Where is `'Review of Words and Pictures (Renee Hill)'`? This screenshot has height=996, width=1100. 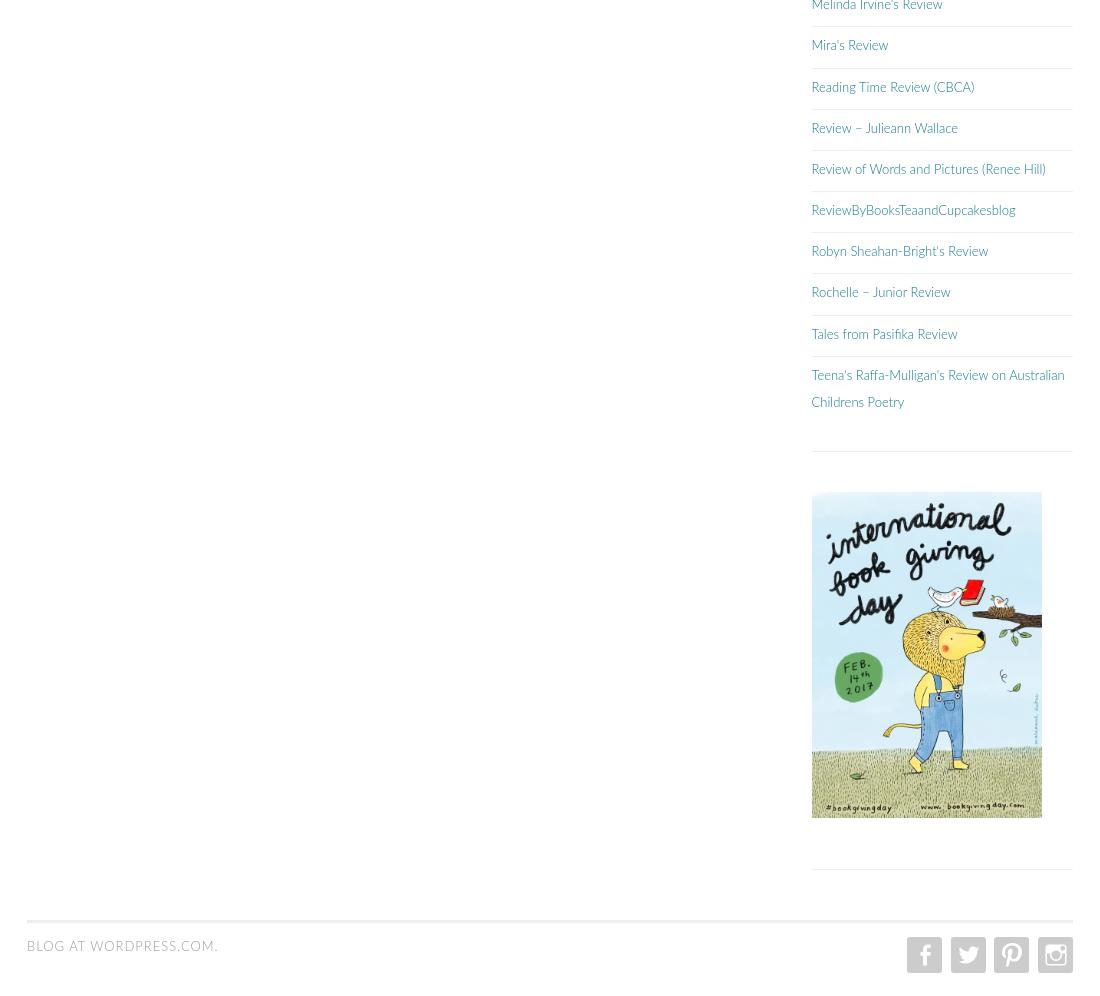 'Review of Words and Pictures (Renee Hill)' is located at coordinates (811, 169).